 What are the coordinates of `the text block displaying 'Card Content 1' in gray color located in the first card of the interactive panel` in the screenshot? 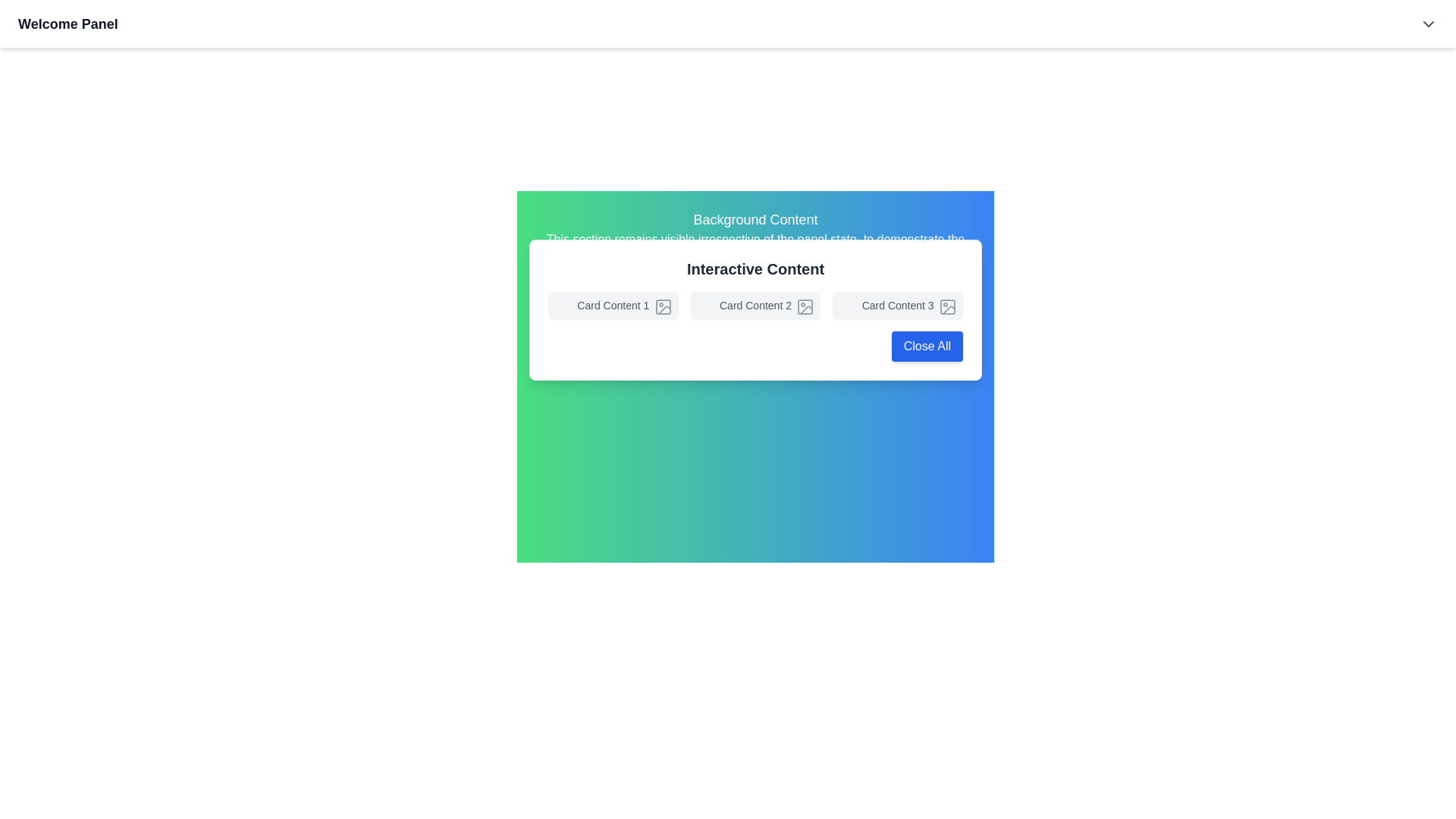 It's located at (613, 305).